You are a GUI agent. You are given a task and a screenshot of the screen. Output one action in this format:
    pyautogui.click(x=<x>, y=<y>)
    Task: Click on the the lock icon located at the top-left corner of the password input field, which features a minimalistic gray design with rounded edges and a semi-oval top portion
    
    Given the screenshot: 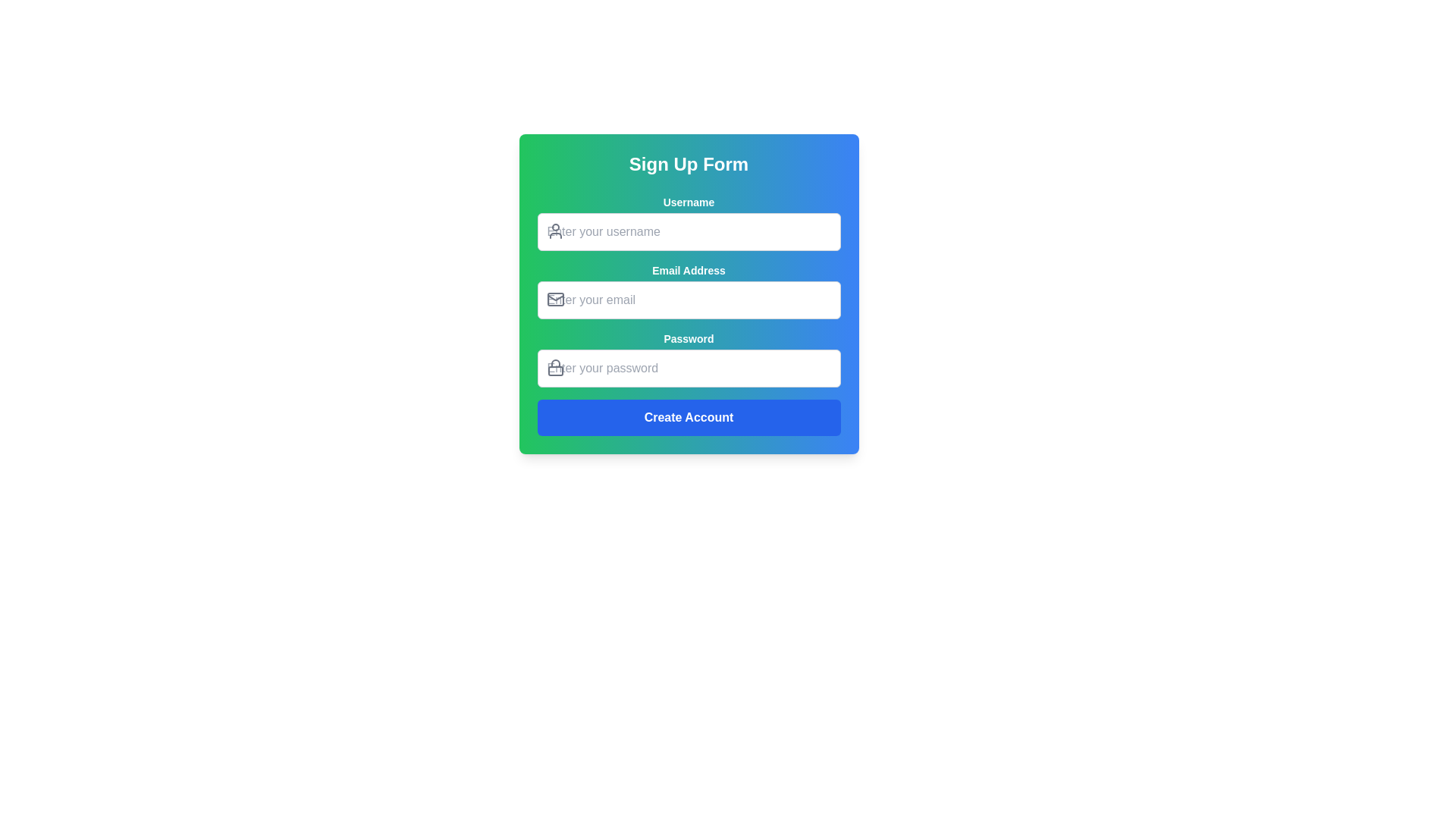 What is the action you would take?
    pyautogui.click(x=554, y=368)
    